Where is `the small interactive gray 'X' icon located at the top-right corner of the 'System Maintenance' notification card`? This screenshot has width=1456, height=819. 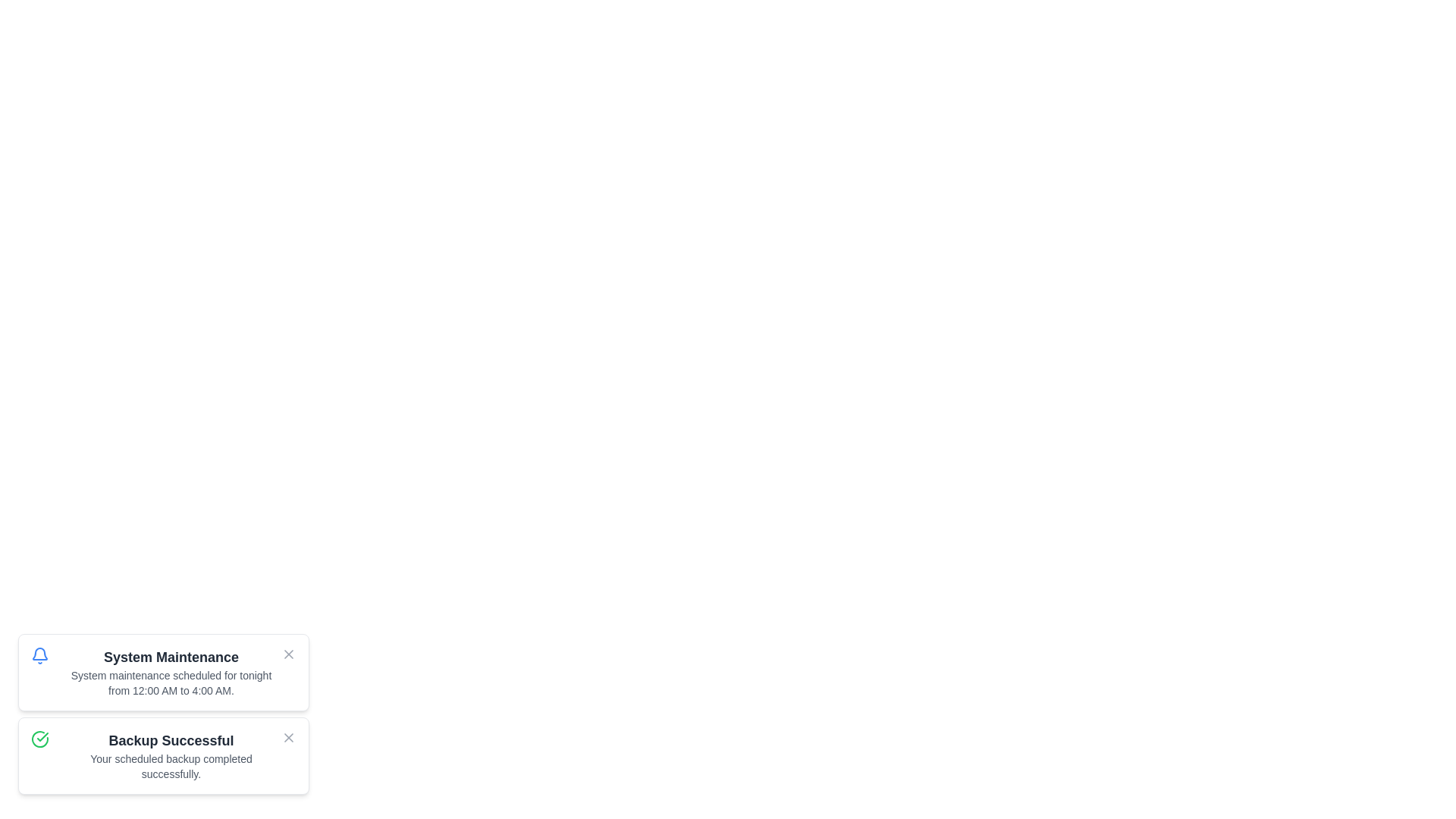 the small interactive gray 'X' icon located at the top-right corner of the 'System Maintenance' notification card is located at coordinates (288, 654).